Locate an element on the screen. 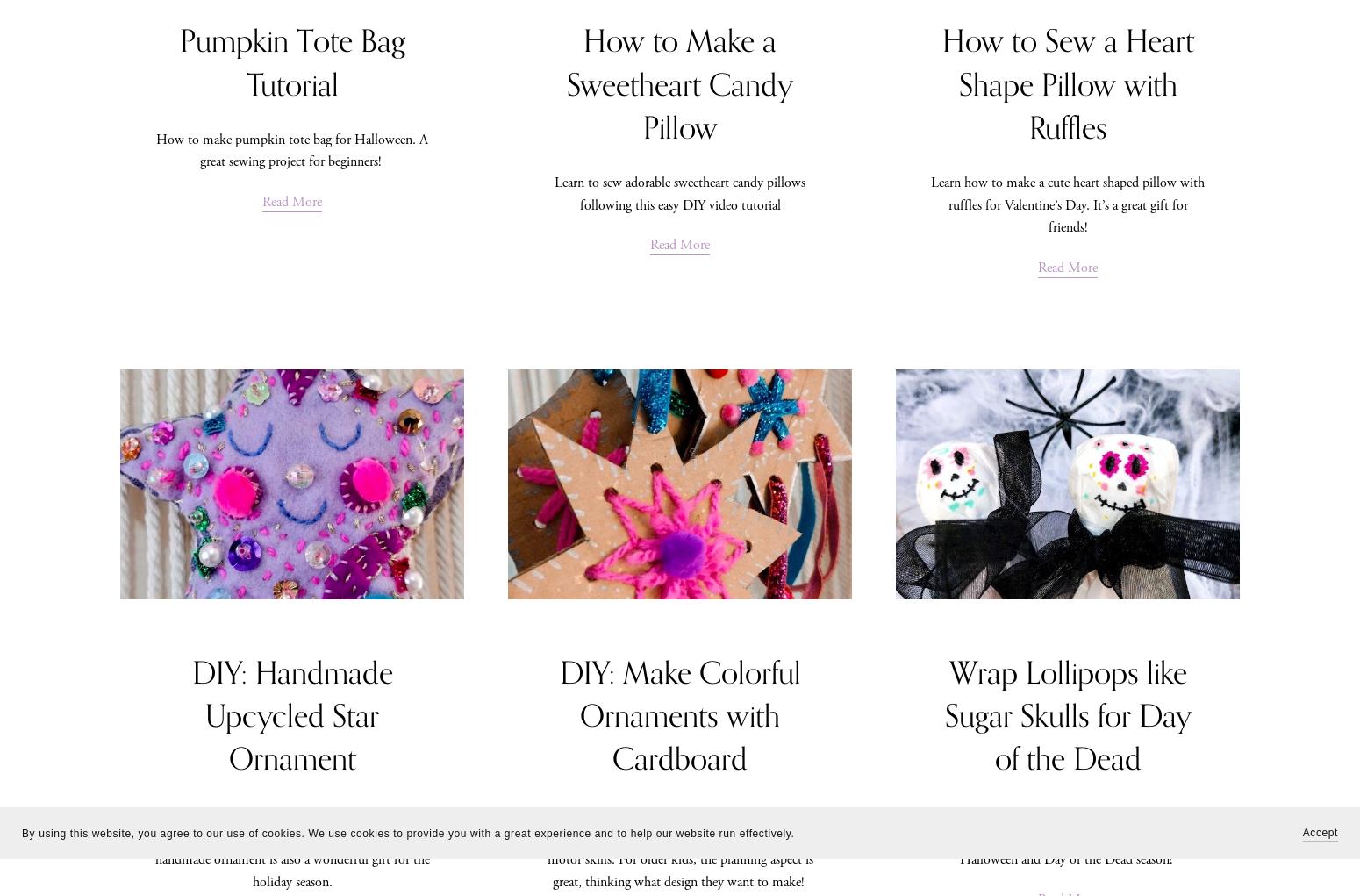 Image resolution: width=1360 pixels, height=896 pixels. 'Pumpkin Tote Bag Tutorial' is located at coordinates (290, 62).